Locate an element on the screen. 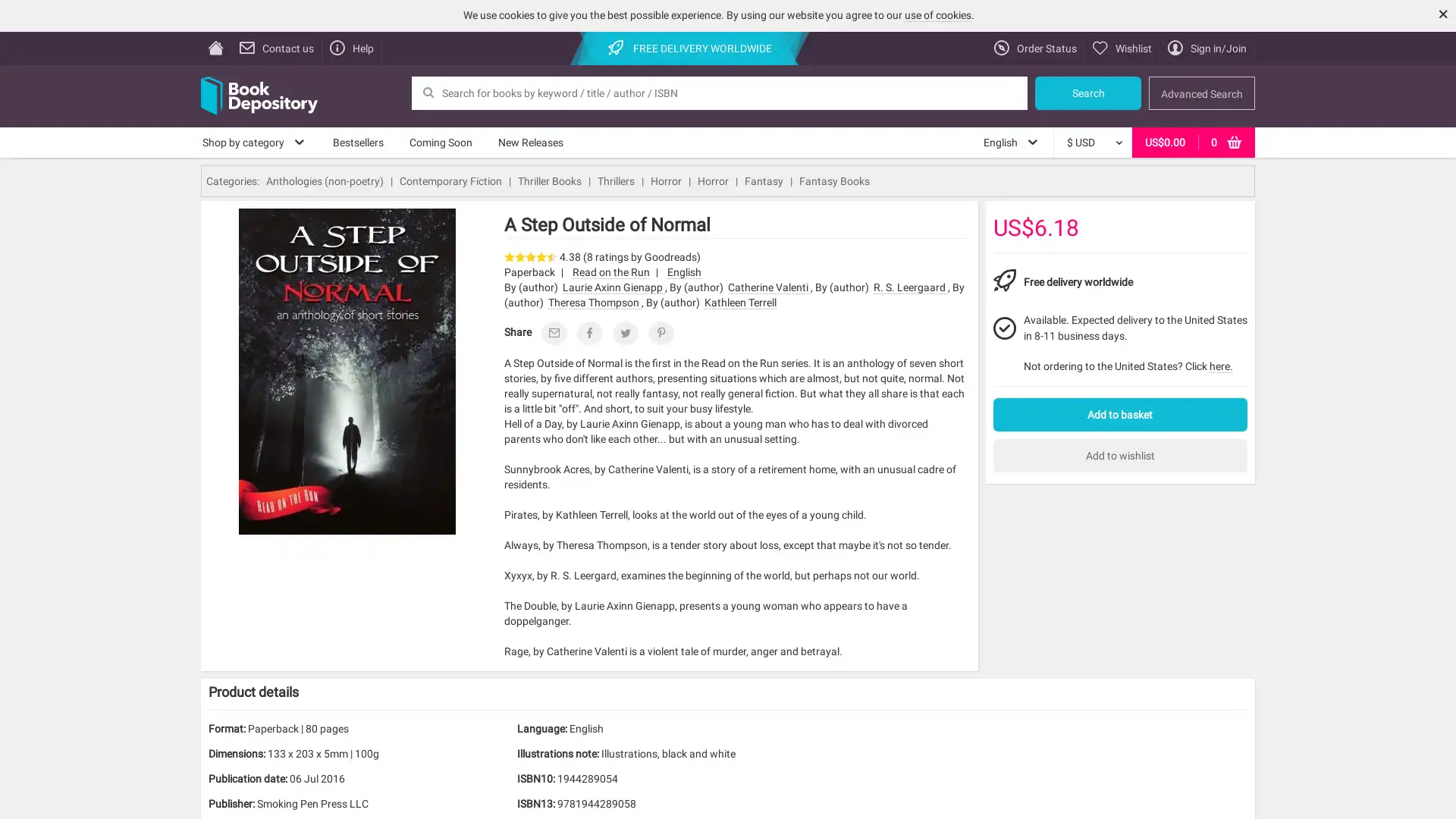  Search is located at coordinates (1087, 93).